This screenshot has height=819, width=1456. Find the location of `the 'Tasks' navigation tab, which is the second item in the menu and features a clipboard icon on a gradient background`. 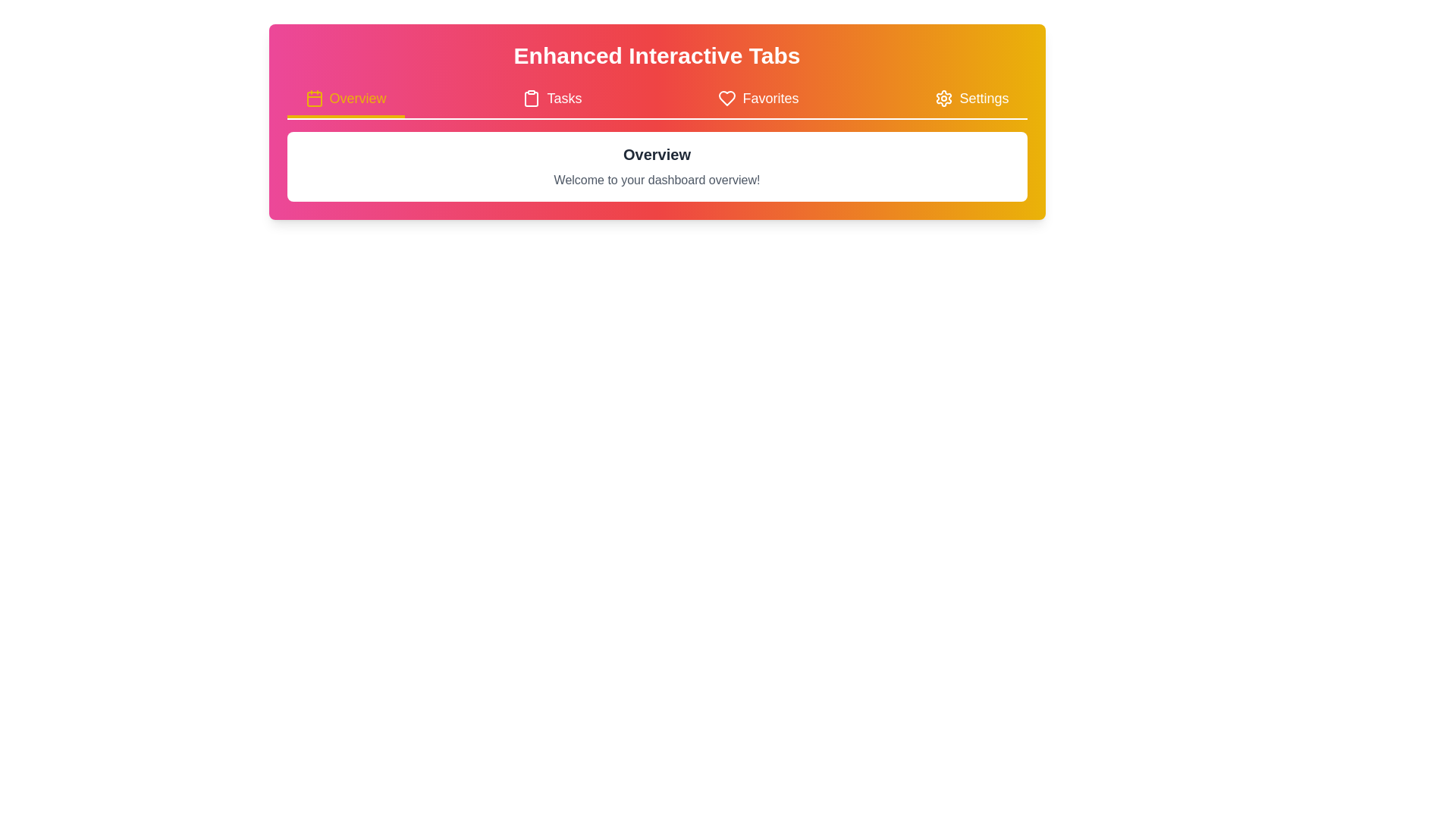

the 'Tasks' navigation tab, which is the second item in the menu and features a clipboard icon on a gradient background is located at coordinates (551, 99).